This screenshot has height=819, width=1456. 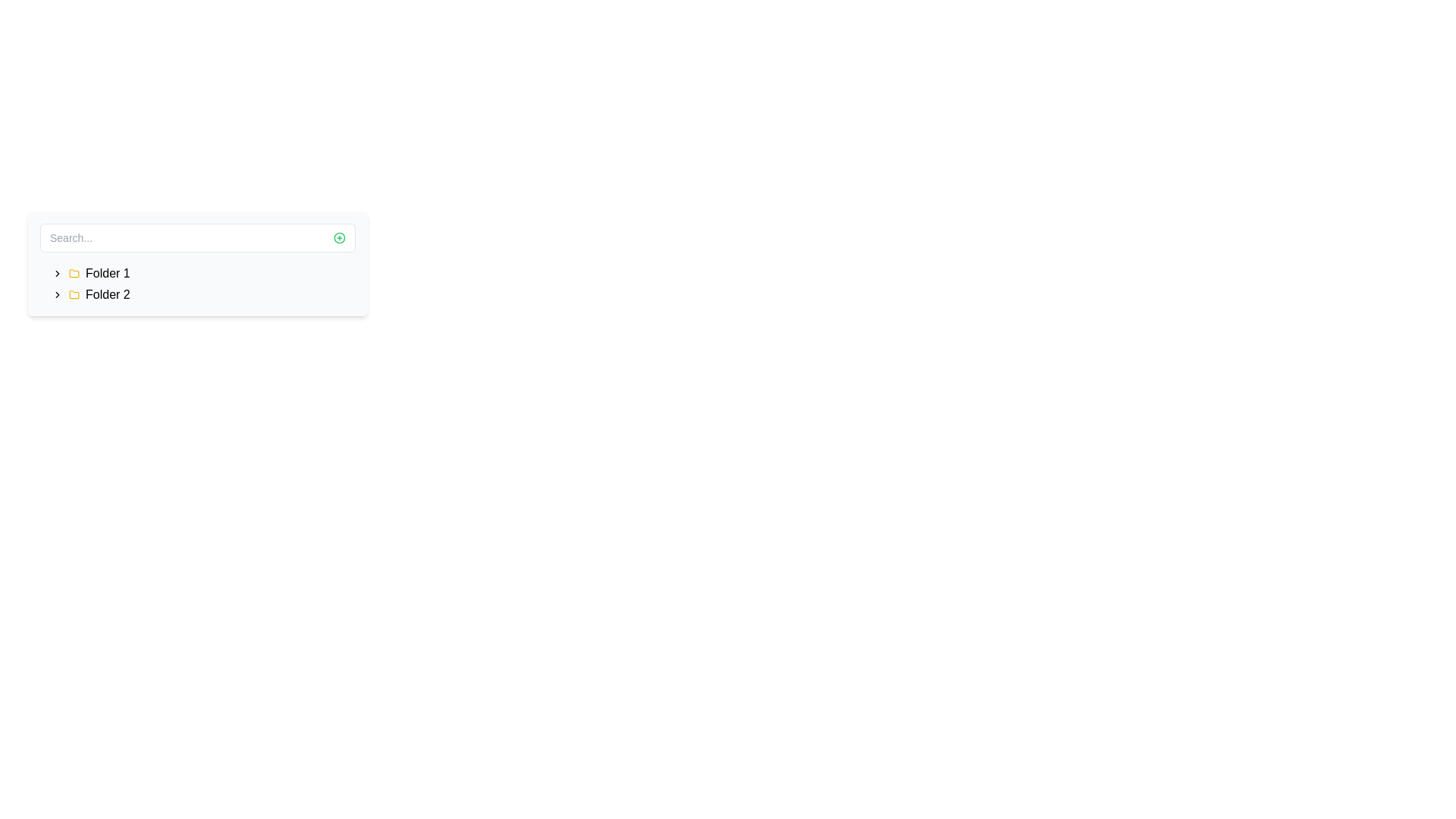 What do you see at coordinates (73, 274) in the screenshot?
I see `the small yellow folder icon located beside the text 'Folder 1'` at bounding box center [73, 274].